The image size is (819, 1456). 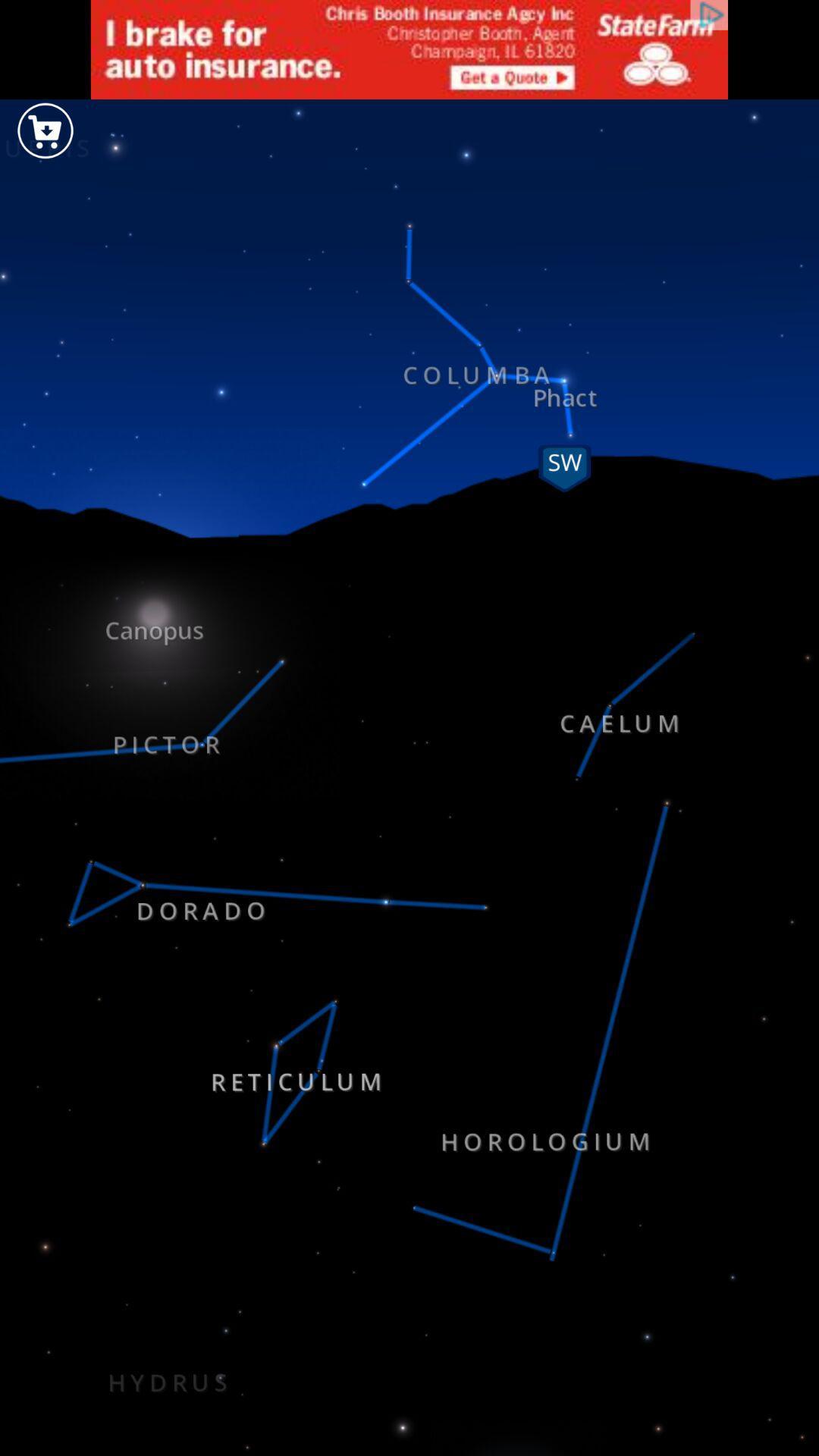 What do you see at coordinates (45, 130) in the screenshot?
I see `the cart icon` at bounding box center [45, 130].